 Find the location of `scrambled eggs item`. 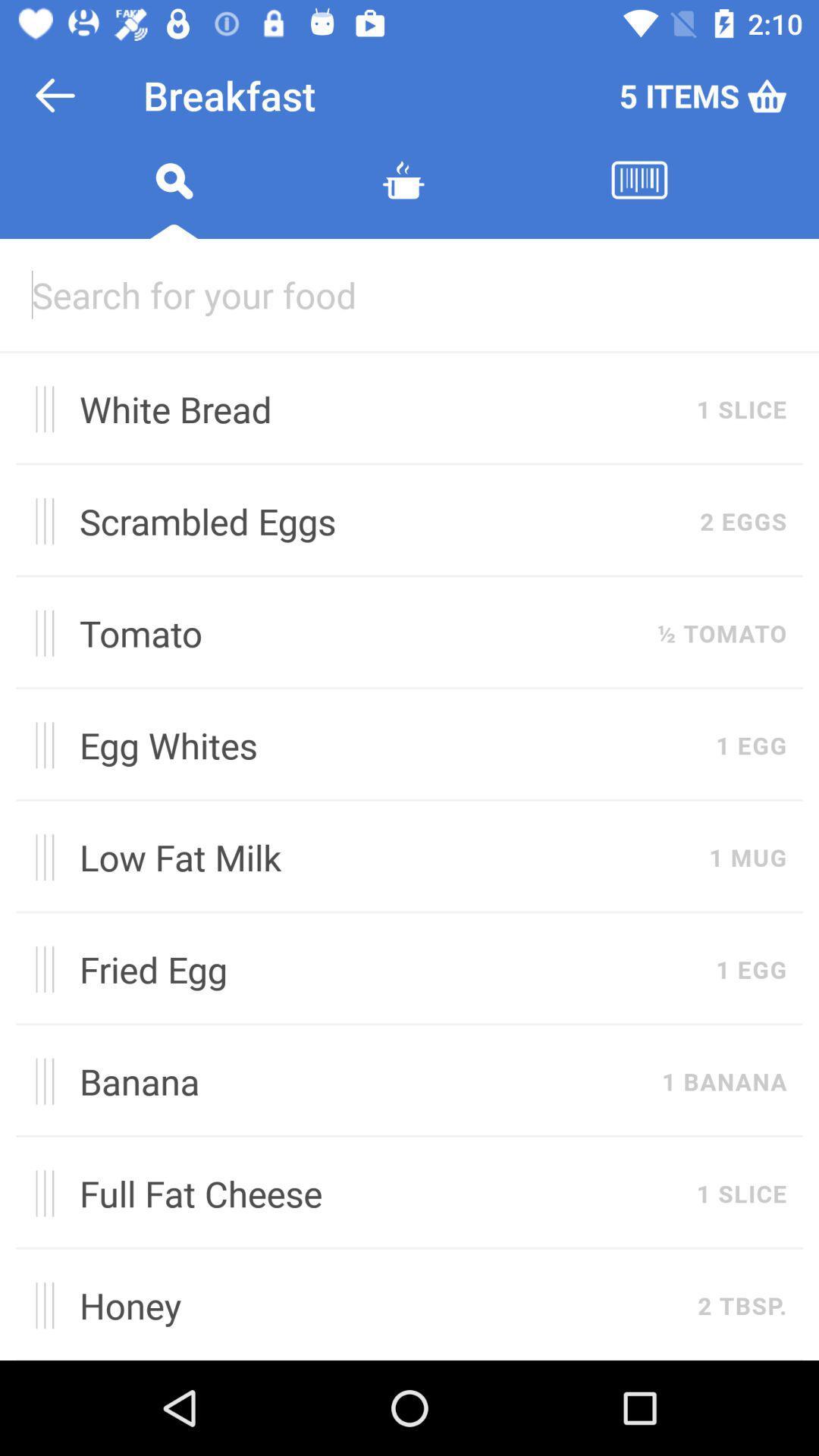

scrambled eggs item is located at coordinates (381, 521).